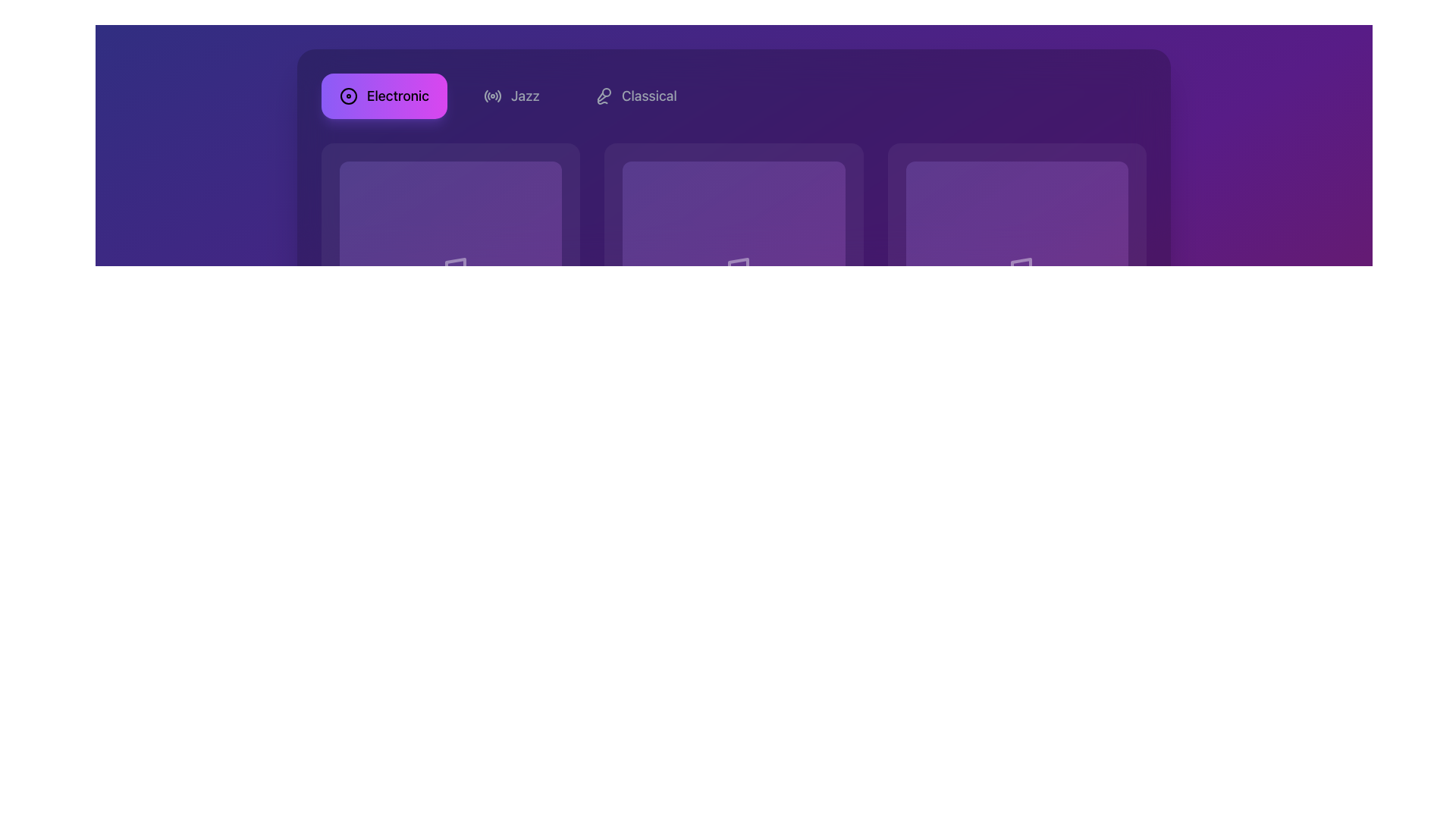 The height and width of the screenshot is (819, 1456). I want to click on the text label indicating the 'Electronic' genre, which is positioned to the right of an icon resembling a disc in a highlighted box among other genre buttons, so click(397, 96).